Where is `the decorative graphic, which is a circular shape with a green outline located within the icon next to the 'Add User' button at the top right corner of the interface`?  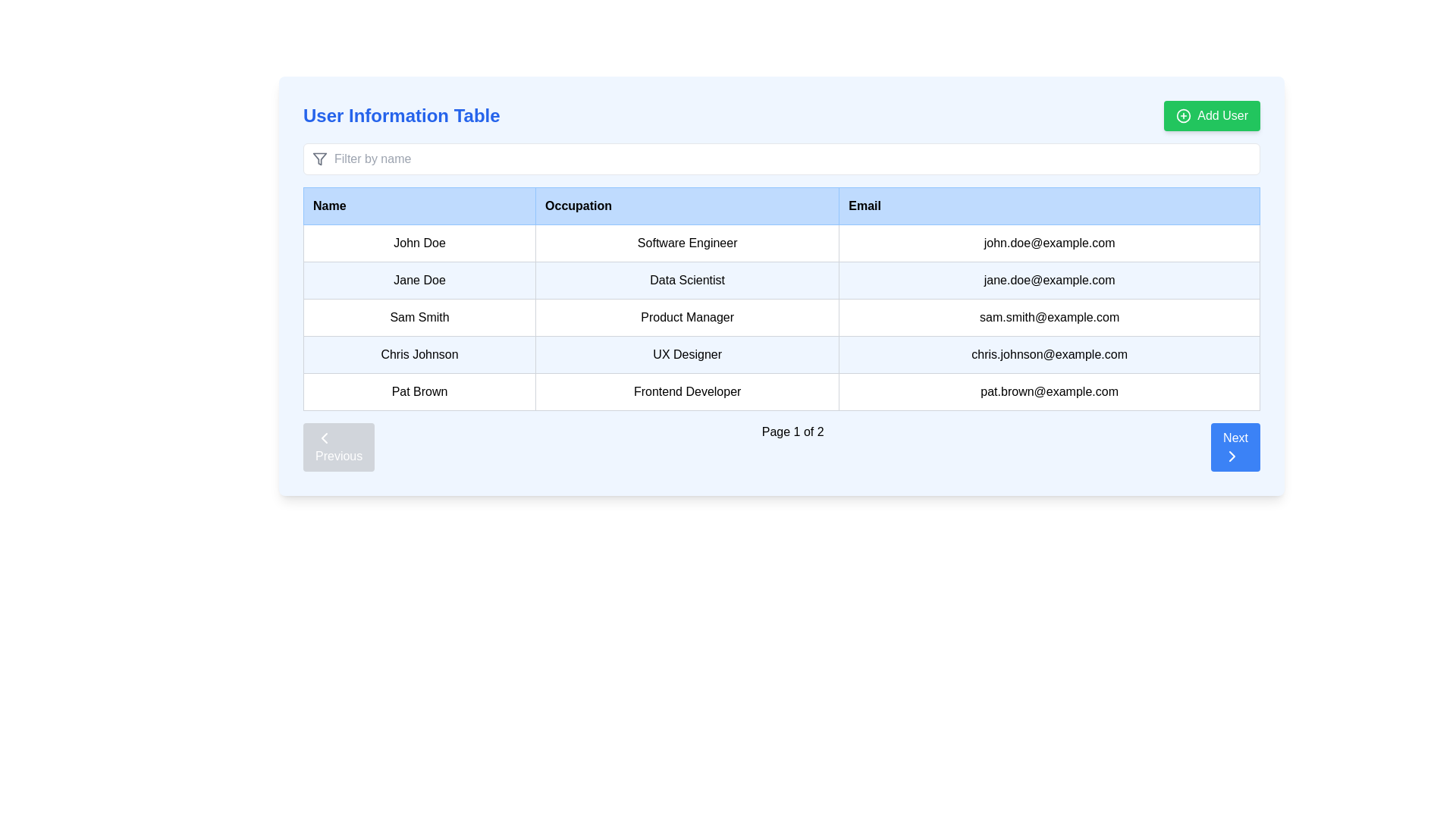 the decorative graphic, which is a circular shape with a green outline located within the icon next to the 'Add User' button at the top right corner of the interface is located at coordinates (1183, 115).